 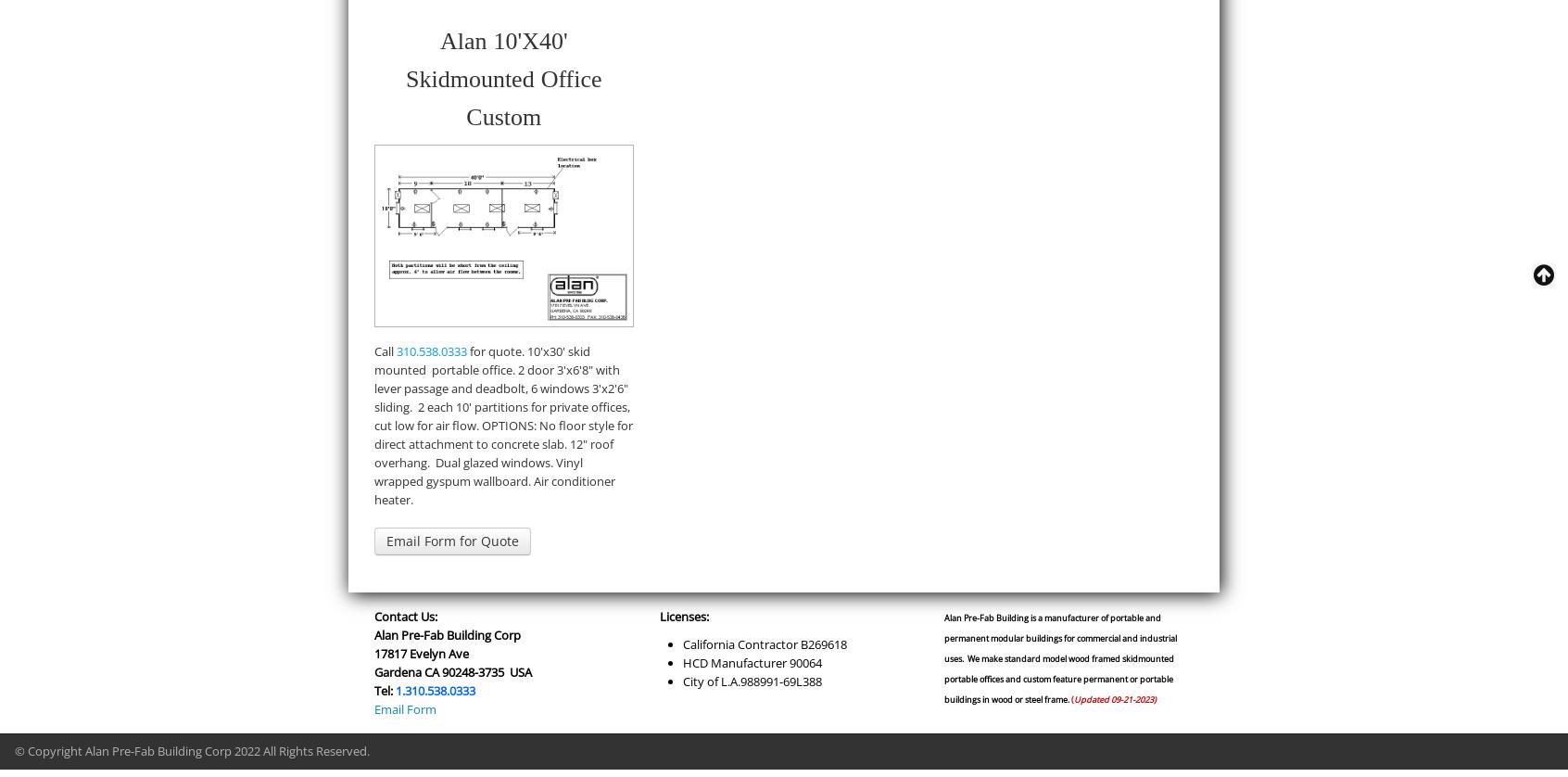 What do you see at coordinates (451, 670) in the screenshot?
I see `'Gardena CA 90248-3735  USA'` at bounding box center [451, 670].